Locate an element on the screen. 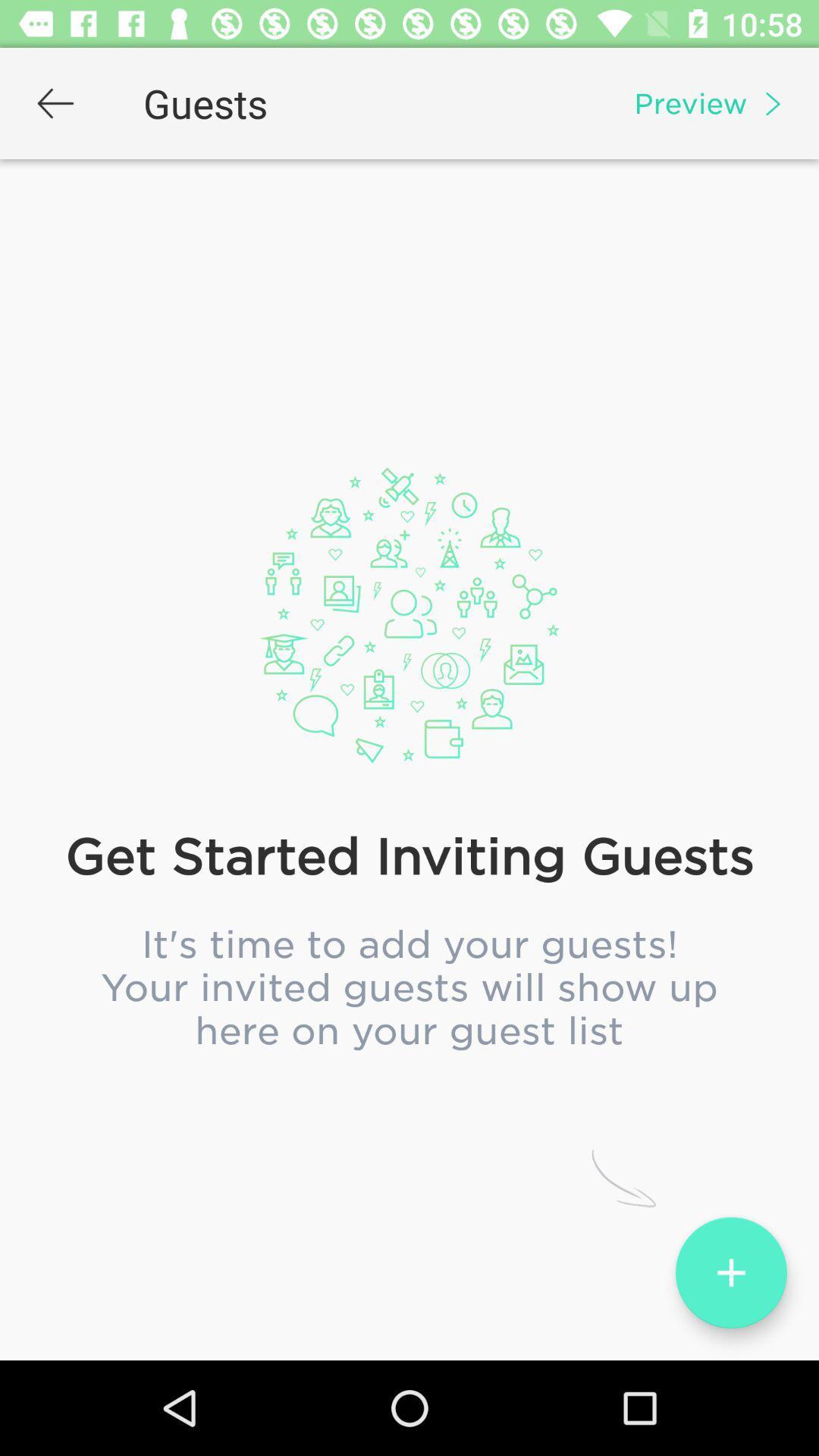 This screenshot has height=1456, width=819. the add icon is located at coordinates (730, 1272).